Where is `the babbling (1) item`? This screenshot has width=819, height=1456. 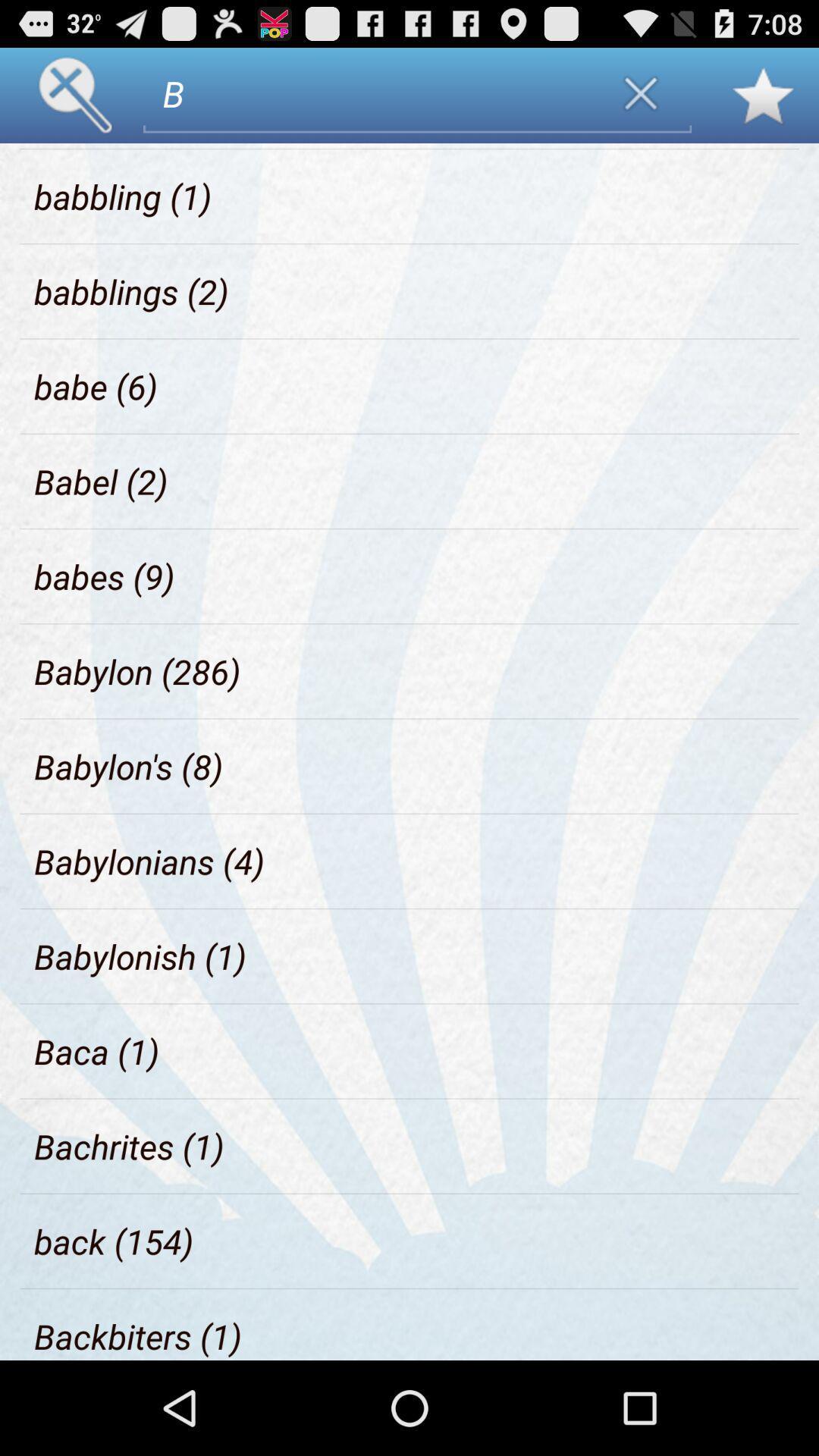 the babbling (1) item is located at coordinates (122, 196).